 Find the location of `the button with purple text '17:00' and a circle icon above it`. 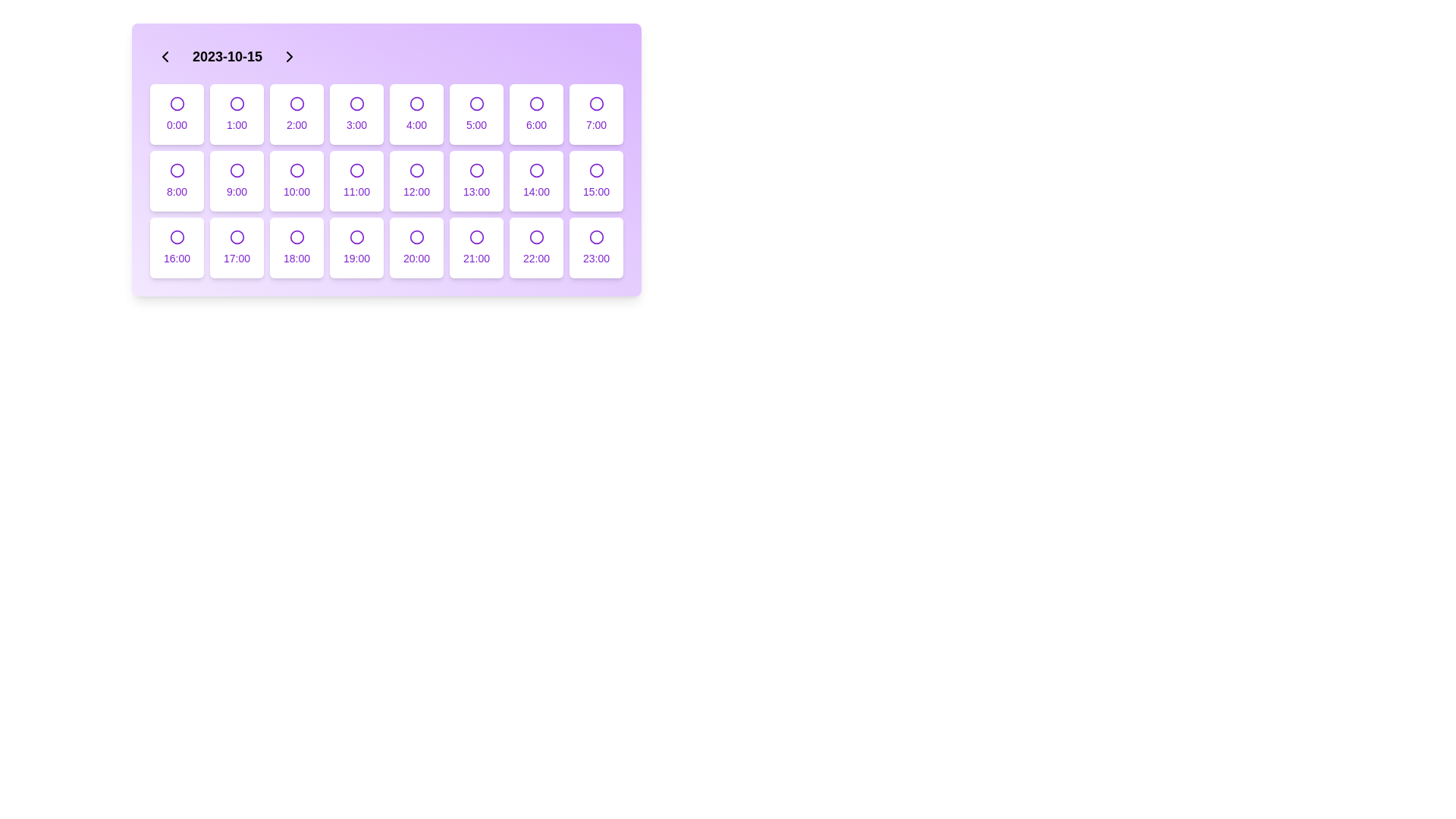

the button with purple text '17:00' and a circle icon above it is located at coordinates (236, 247).